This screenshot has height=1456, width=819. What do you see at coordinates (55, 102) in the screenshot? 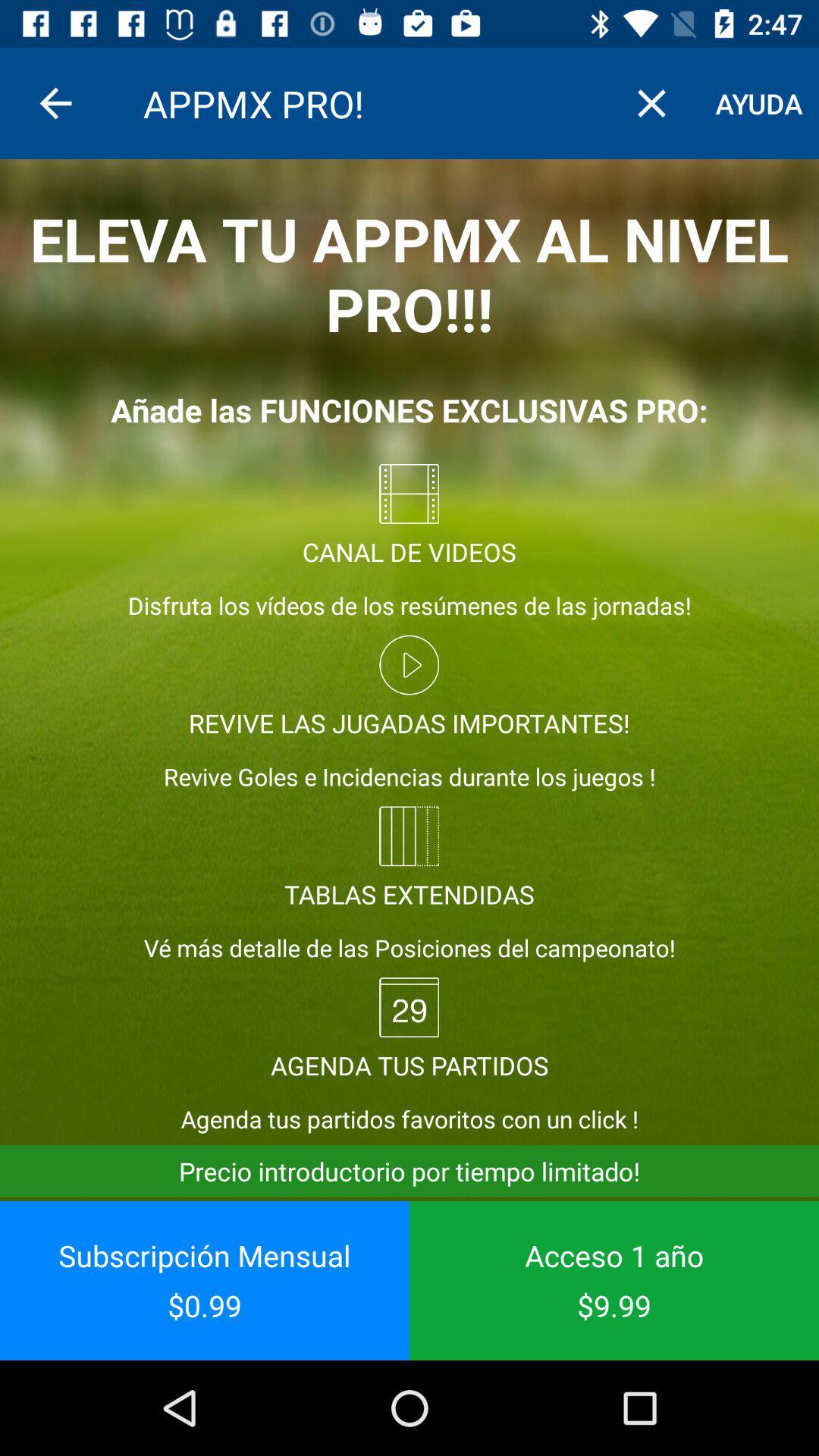
I see `item above eleva tu appmx item` at bounding box center [55, 102].